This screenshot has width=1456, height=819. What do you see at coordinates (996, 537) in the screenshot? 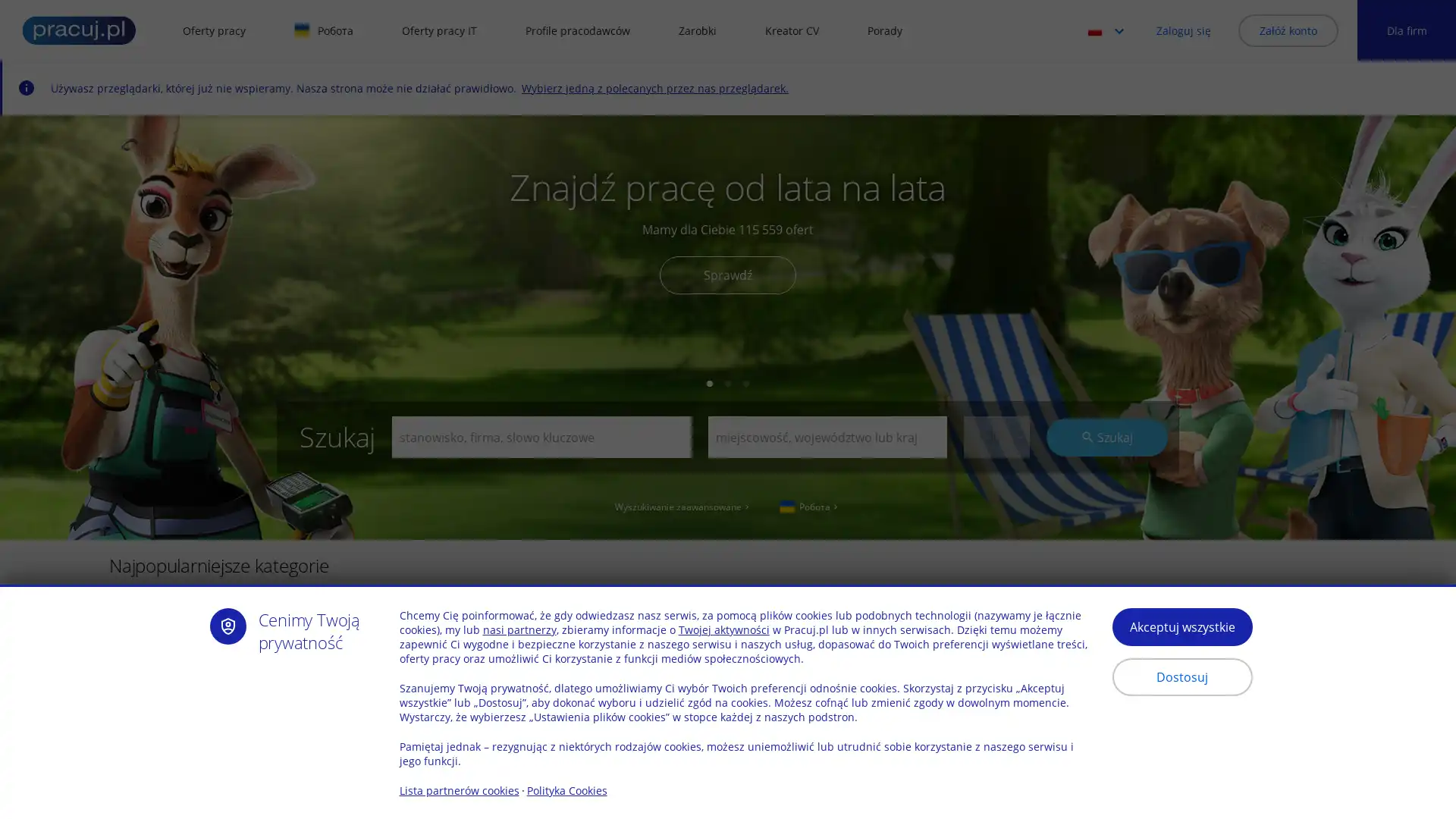
I see `+ 15 km` at bounding box center [996, 537].